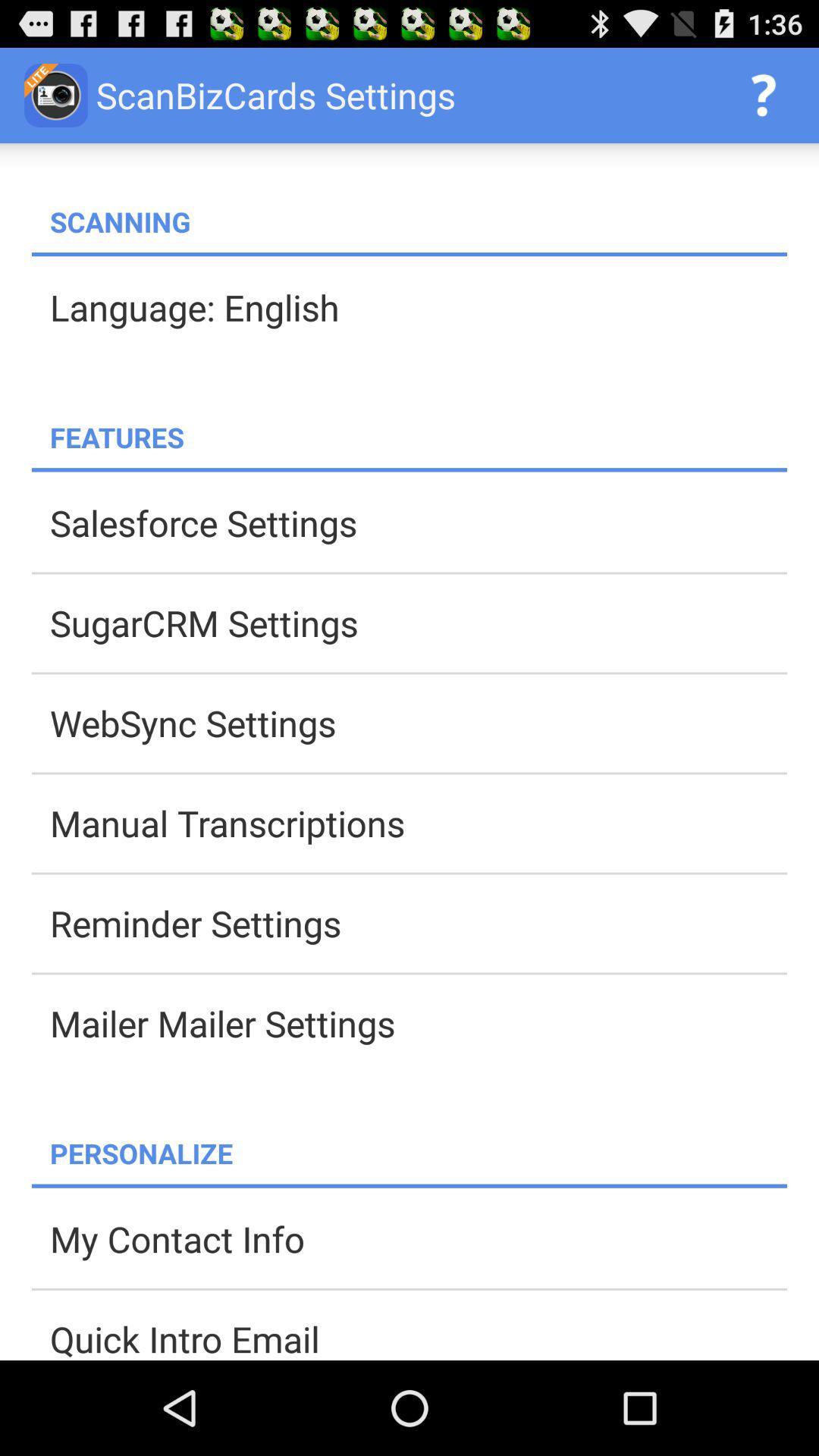 This screenshot has width=819, height=1456. What do you see at coordinates (409, 254) in the screenshot?
I see `the app above the language: english app` at bounding box center [409, 254].